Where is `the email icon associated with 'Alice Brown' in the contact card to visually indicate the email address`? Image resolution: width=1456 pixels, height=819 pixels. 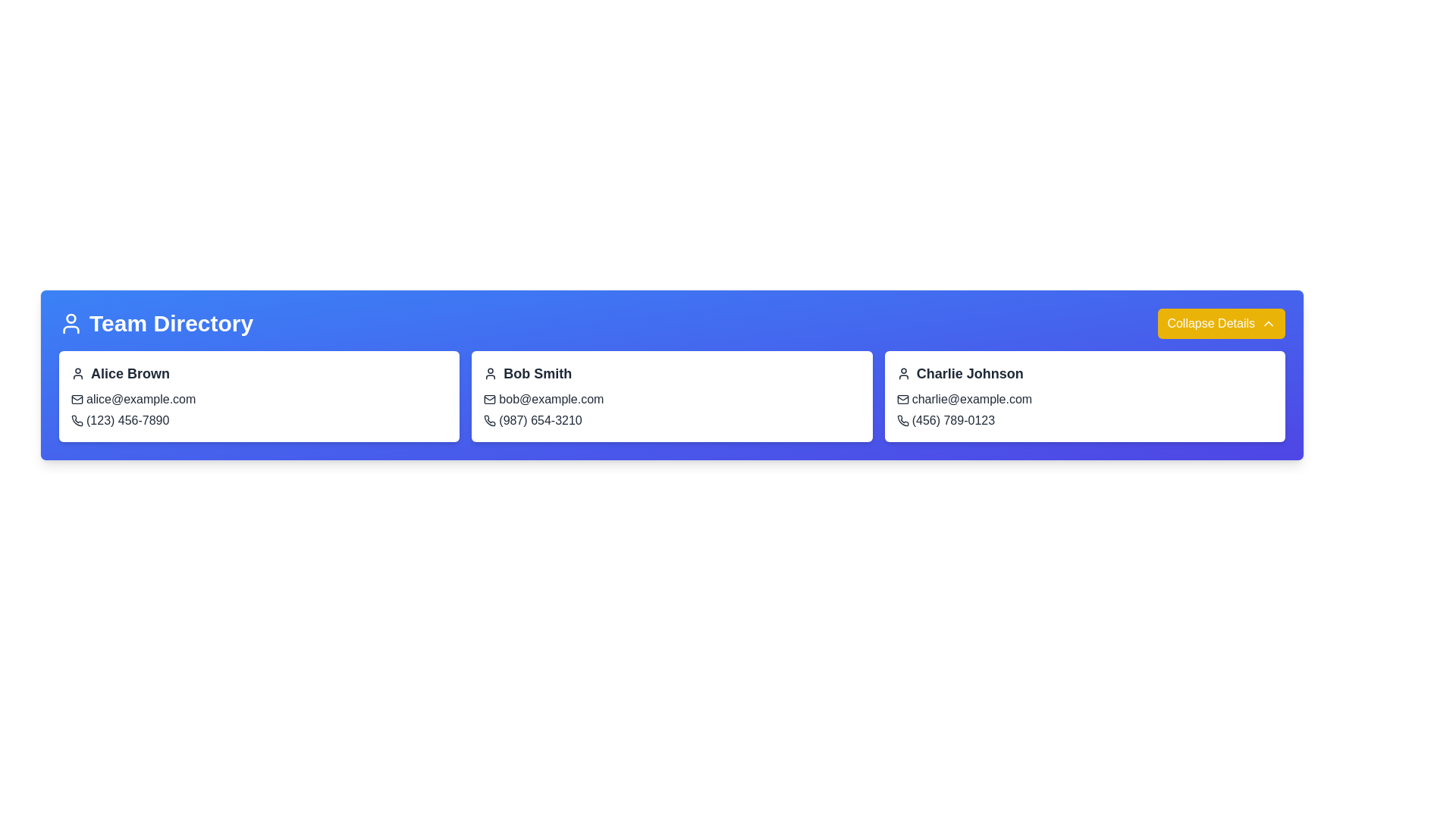
the email icon associated with 'Alice Brown' in the contact card to visually indicate the email address is located at coordinates (76, 399).